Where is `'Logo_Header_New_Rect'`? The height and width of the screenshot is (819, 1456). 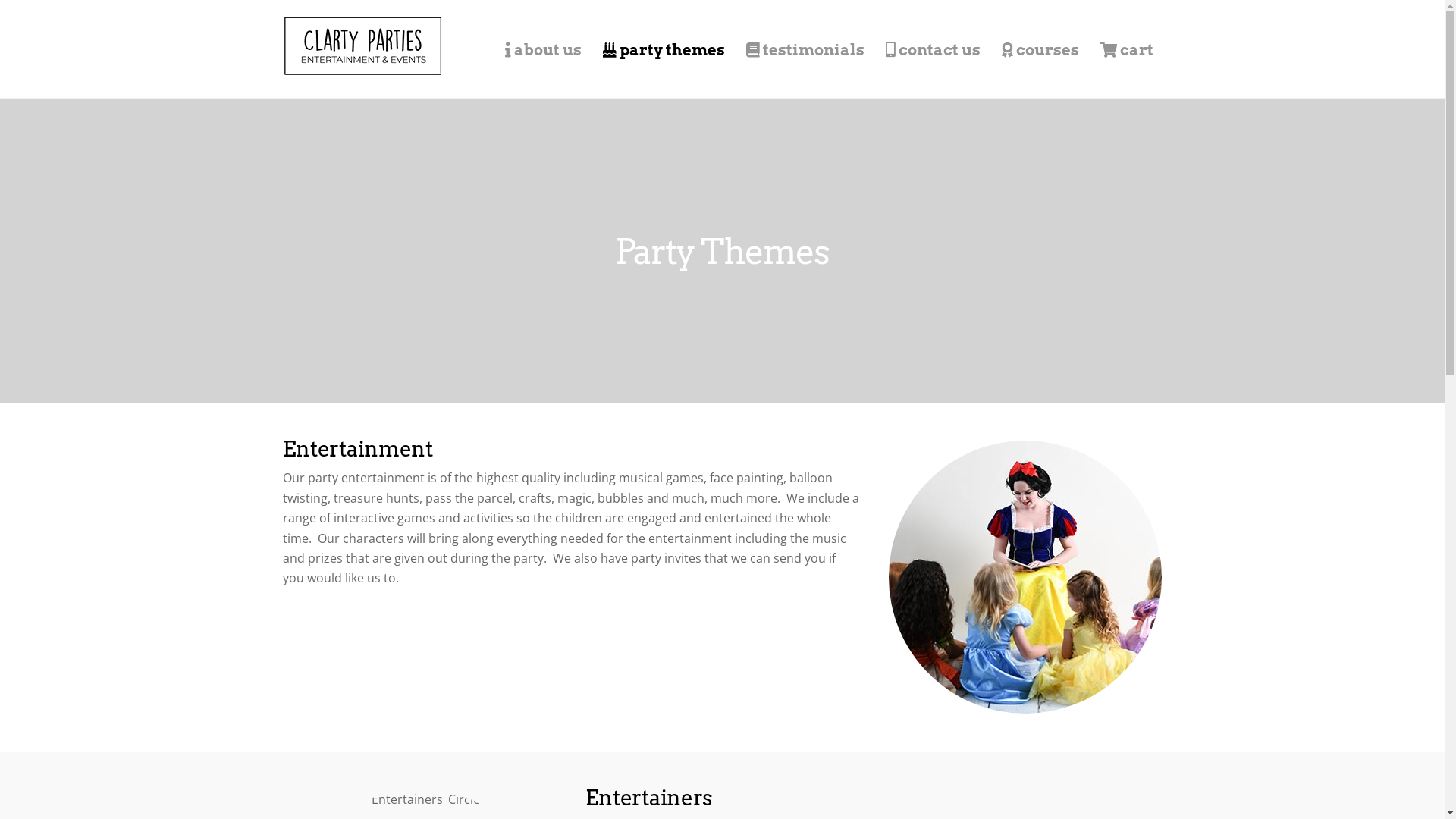 'Logo_Header_New_Rect' is located at coordinates (361, 45).